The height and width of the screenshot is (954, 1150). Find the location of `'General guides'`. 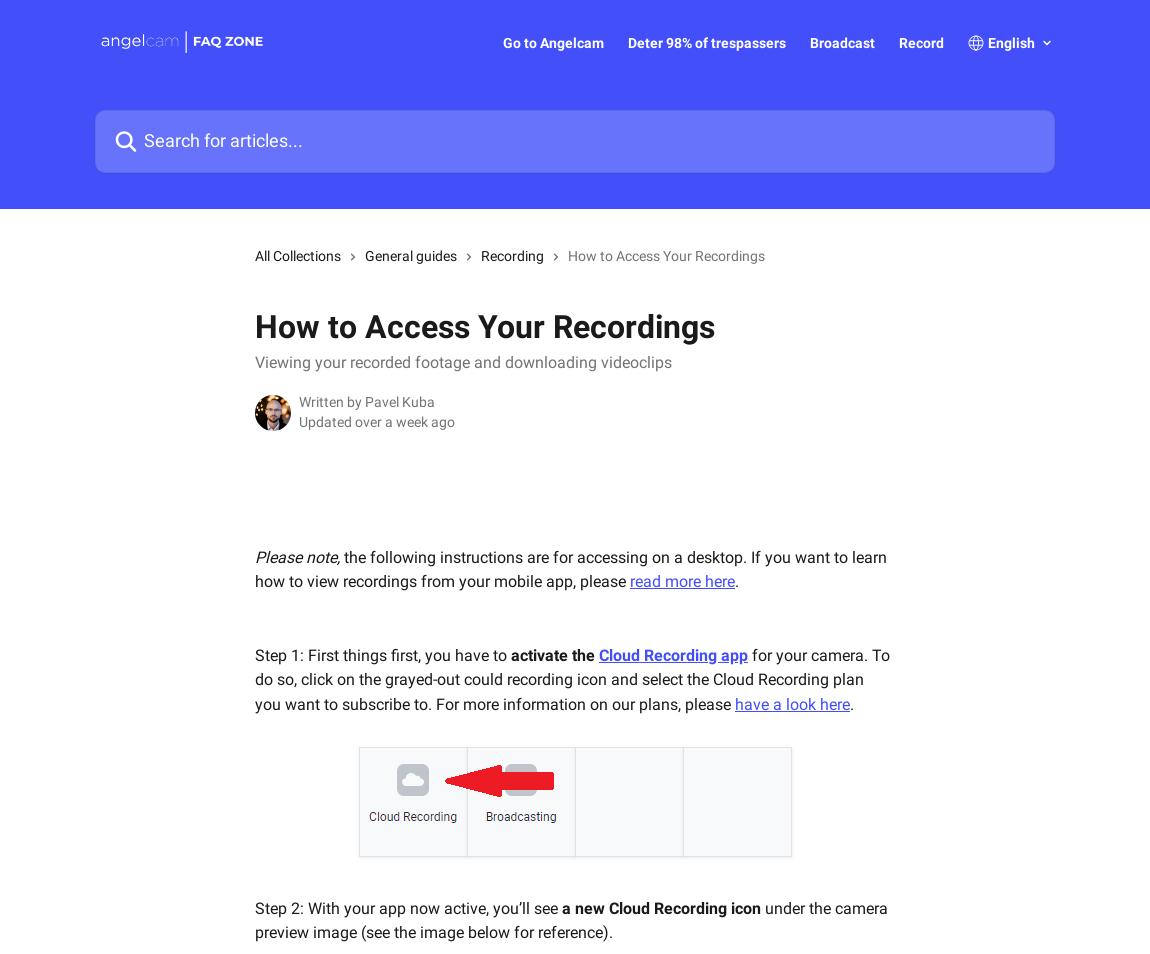

'General guides' is located at coordinates (365, 255).